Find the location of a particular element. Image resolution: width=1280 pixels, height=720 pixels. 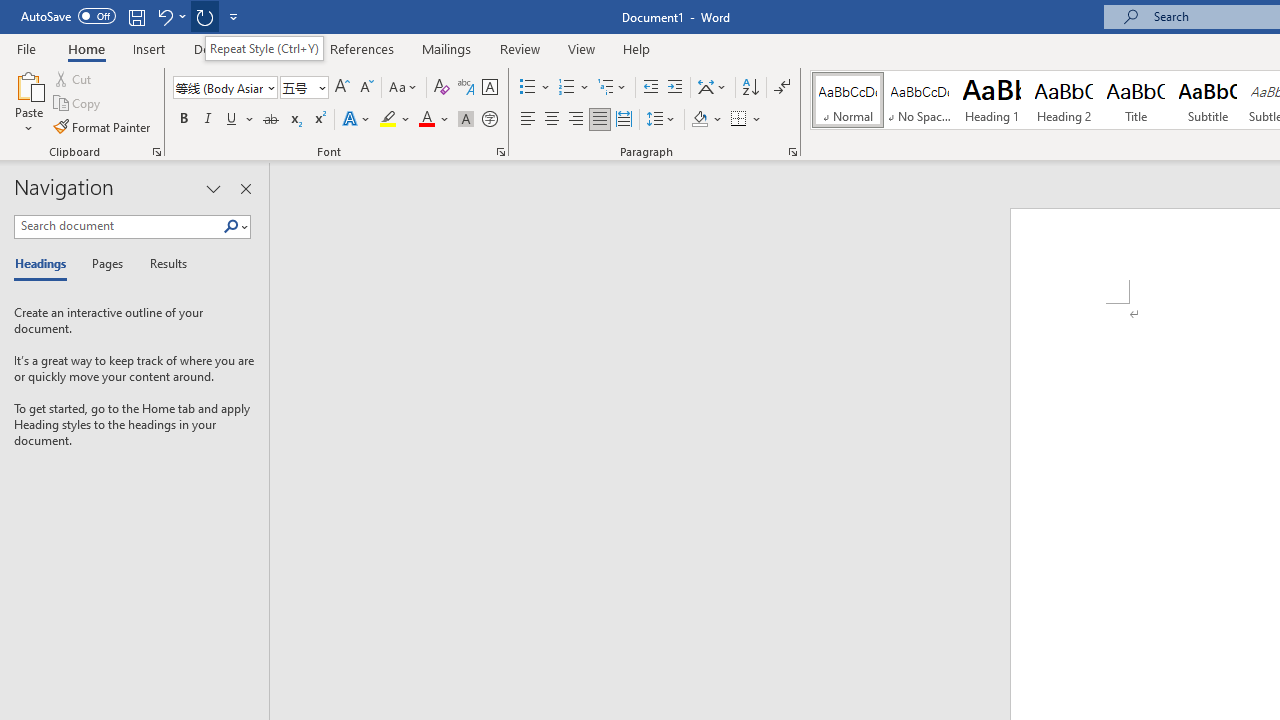

'Decrease Indent' is located at coordinates (650, 86).